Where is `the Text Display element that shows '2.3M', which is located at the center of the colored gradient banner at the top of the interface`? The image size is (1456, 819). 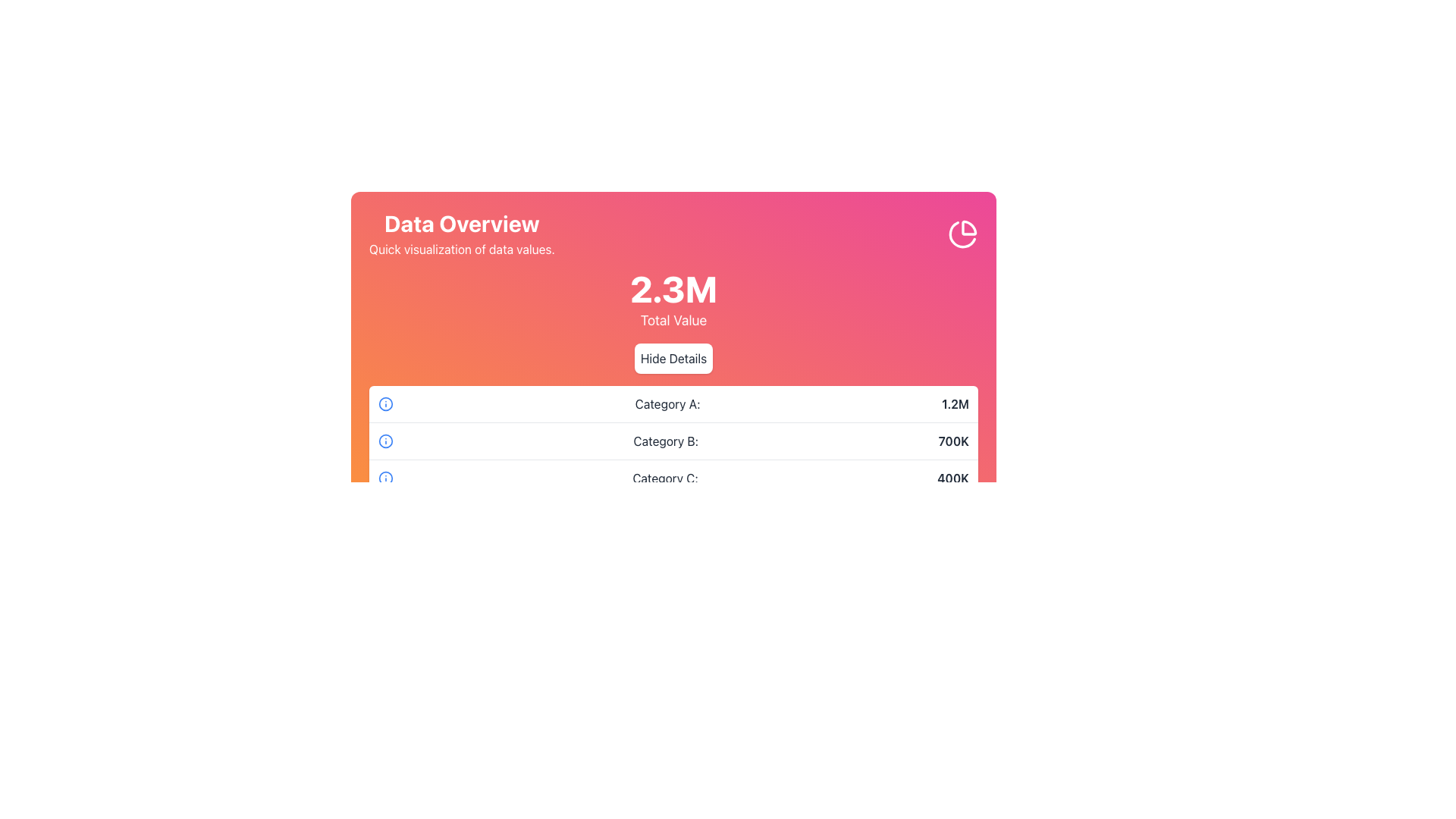
the Text Display element that shows '2.3M', which is located at the center of the colored gradient banner at the top of the interface is located at coordinates (673, 289).